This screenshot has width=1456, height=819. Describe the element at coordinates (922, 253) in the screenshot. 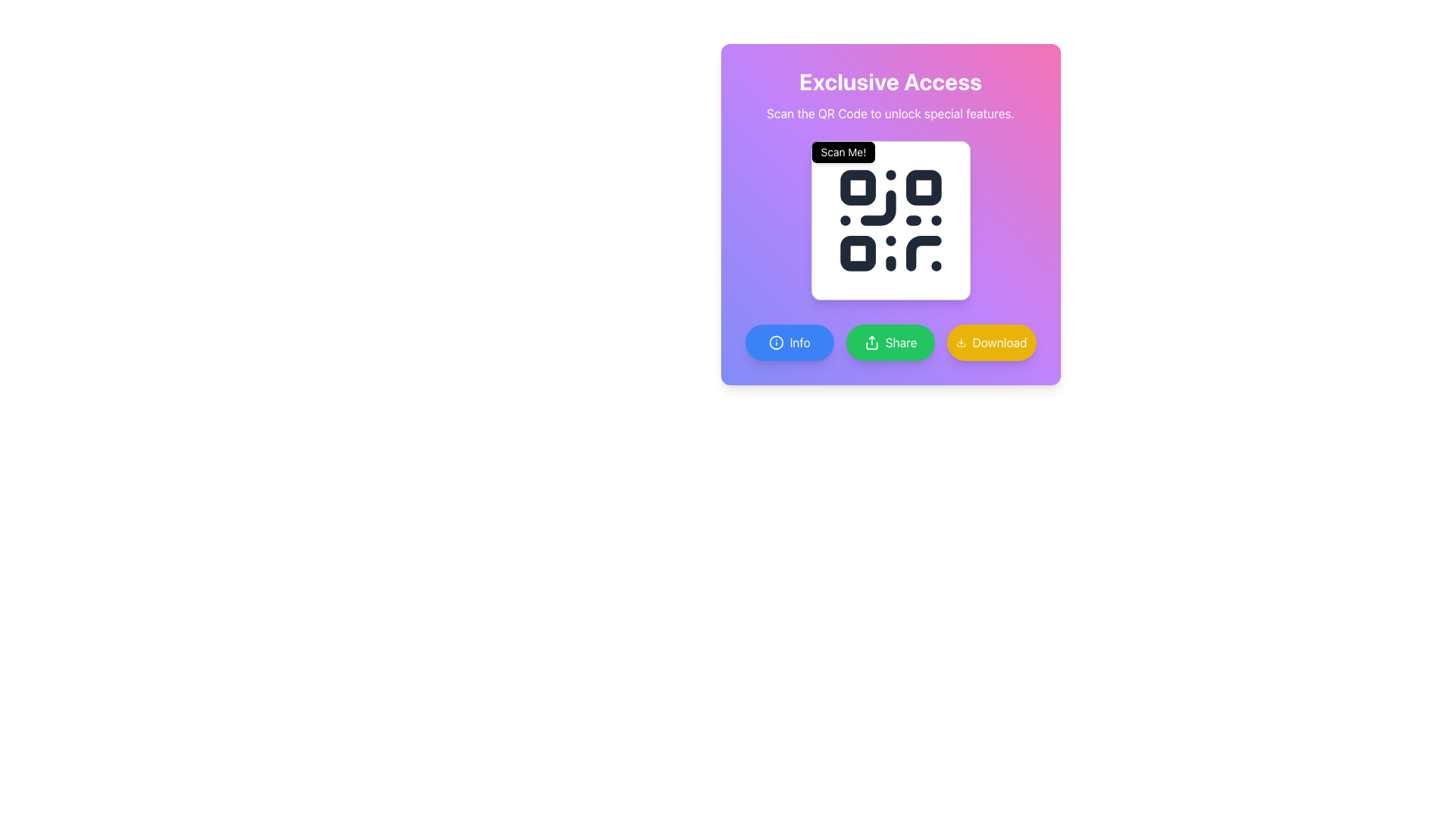

I see `the right-aligned, curved line segment that is part of the QR code illustration, located in the lower right quadrant of the design` at that location.